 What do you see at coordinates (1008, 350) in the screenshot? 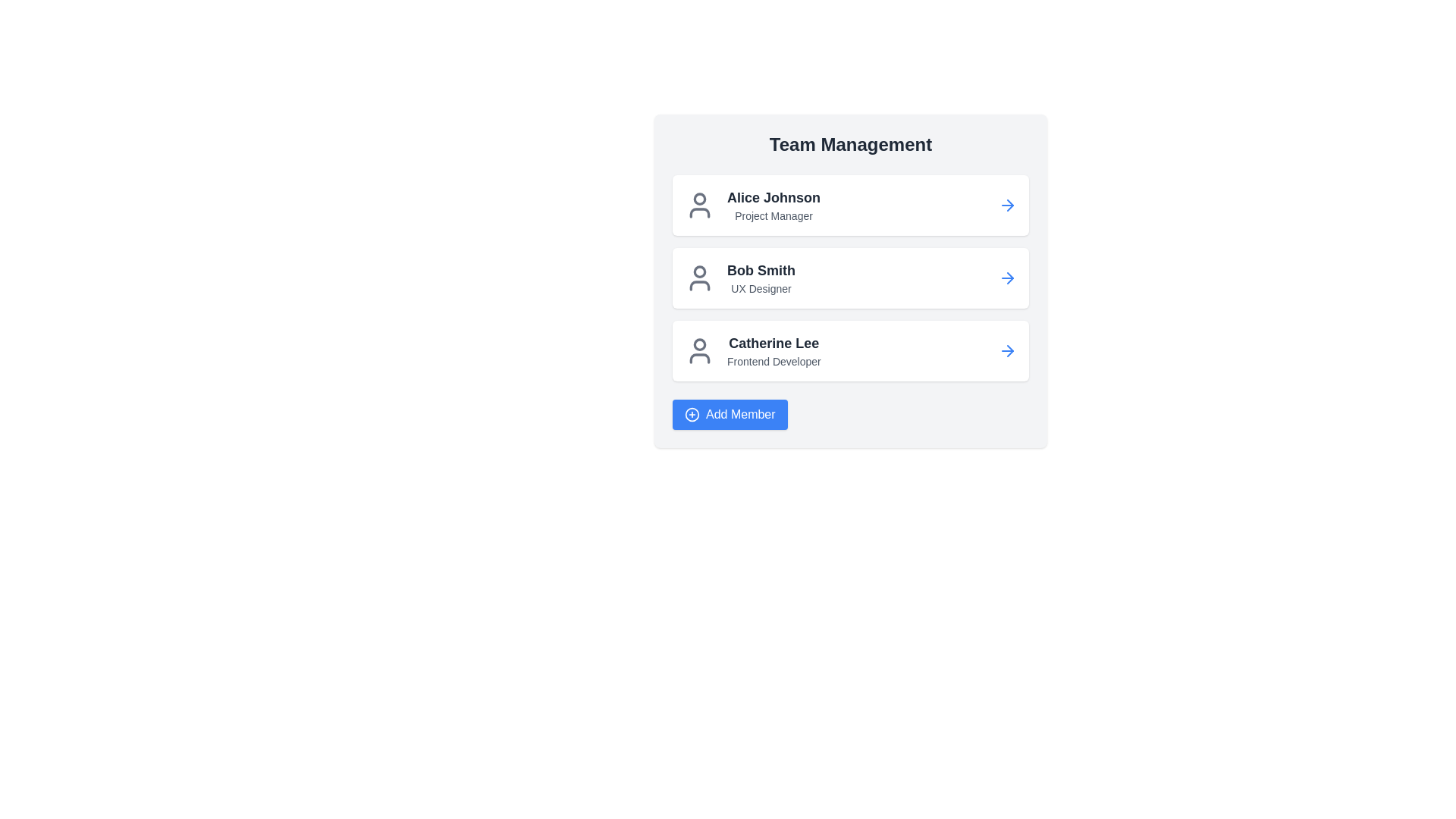
I see `the rightward-pointing blue arrow icon button located to the right of the text 'Catherine Lee Frontend Developer' in the last card of the team members list` at bounding box center [1008, 350].